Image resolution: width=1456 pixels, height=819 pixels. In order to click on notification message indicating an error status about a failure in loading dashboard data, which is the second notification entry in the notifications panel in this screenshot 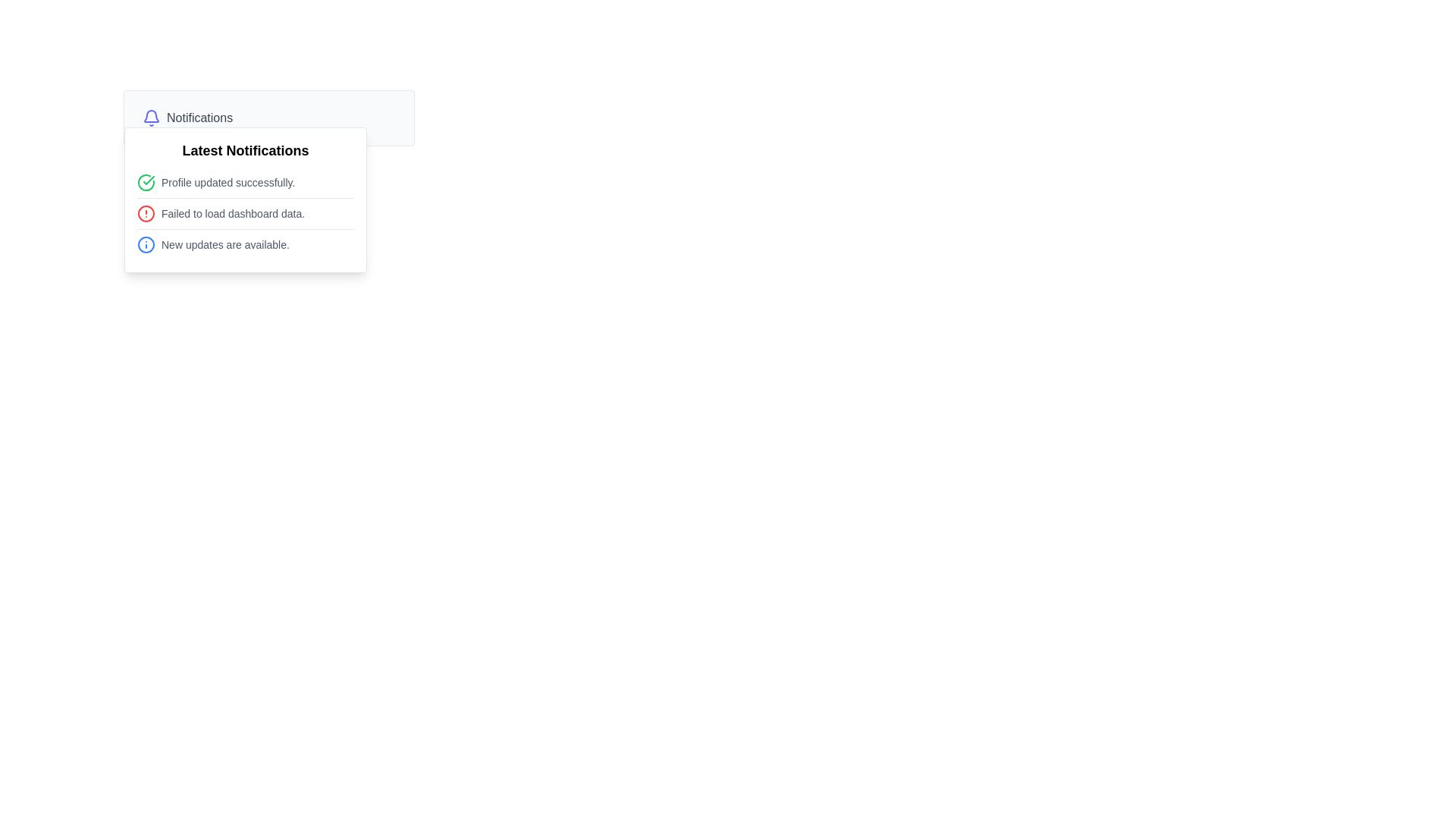, I will do `click(246, 213)`.